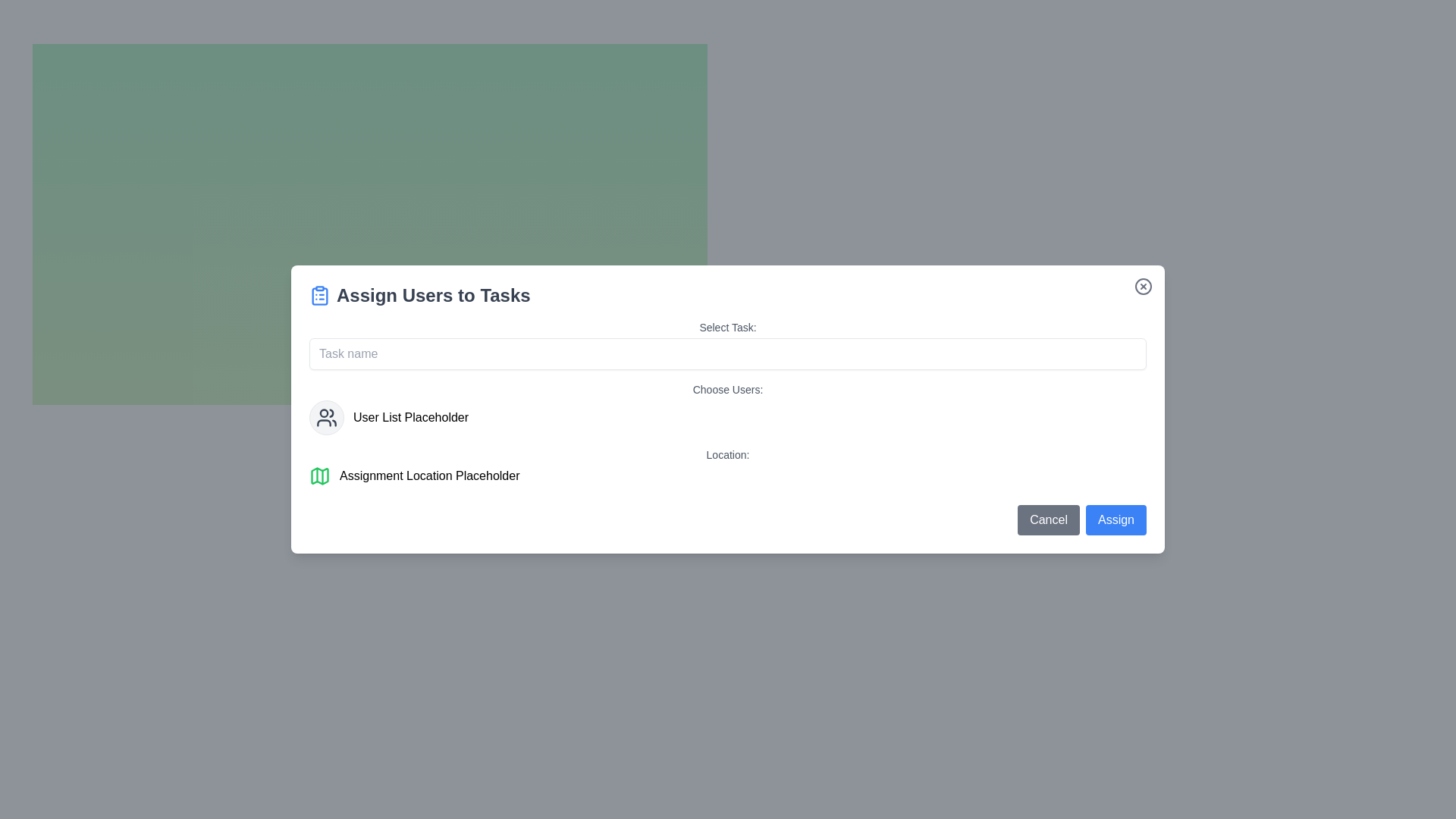 Image resolution: width=1456 pixels, height=819 pixels. Describe the element at coordinates (326, 418) in the screenshot. I see `the circular user icon with a gray background and a pictogram of three heads and shoulders, located in the left part of the 'User List Placeholder' row` at that location.